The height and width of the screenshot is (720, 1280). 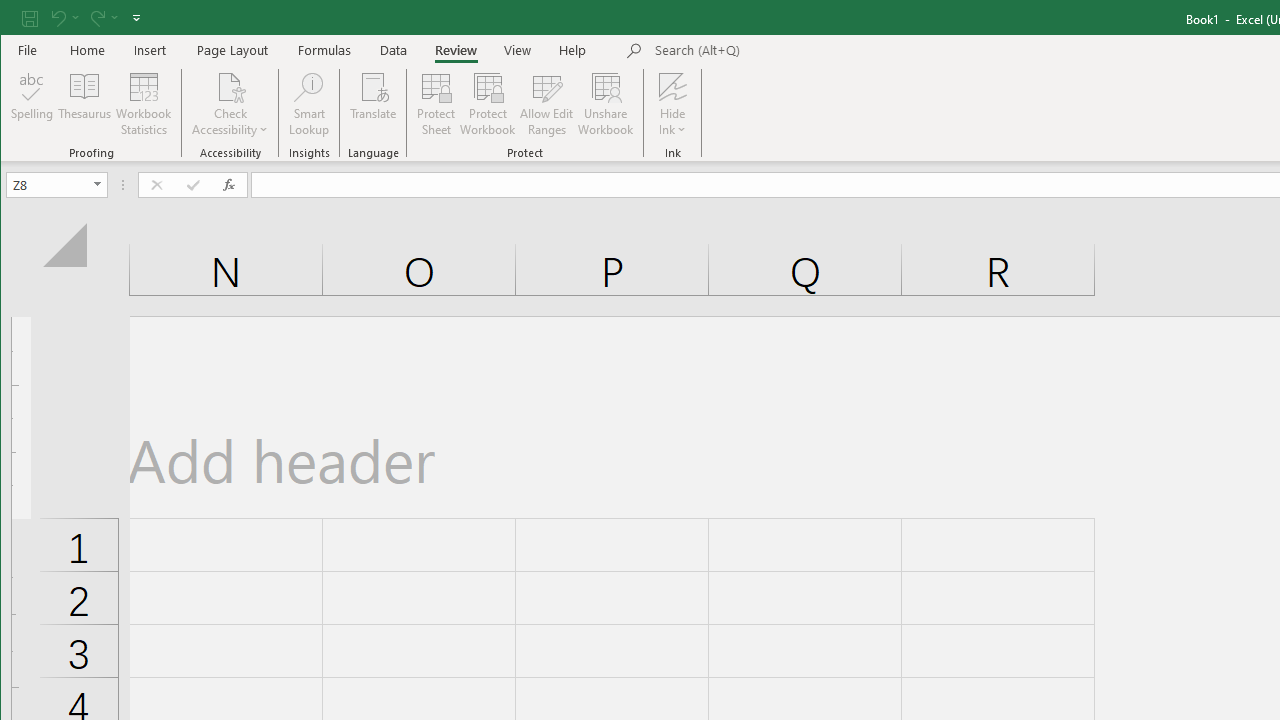 What do you see at coordinates (308, 104) in the screenshot?
I see `'Smart Lookup'` at bounding box center [308, 104].